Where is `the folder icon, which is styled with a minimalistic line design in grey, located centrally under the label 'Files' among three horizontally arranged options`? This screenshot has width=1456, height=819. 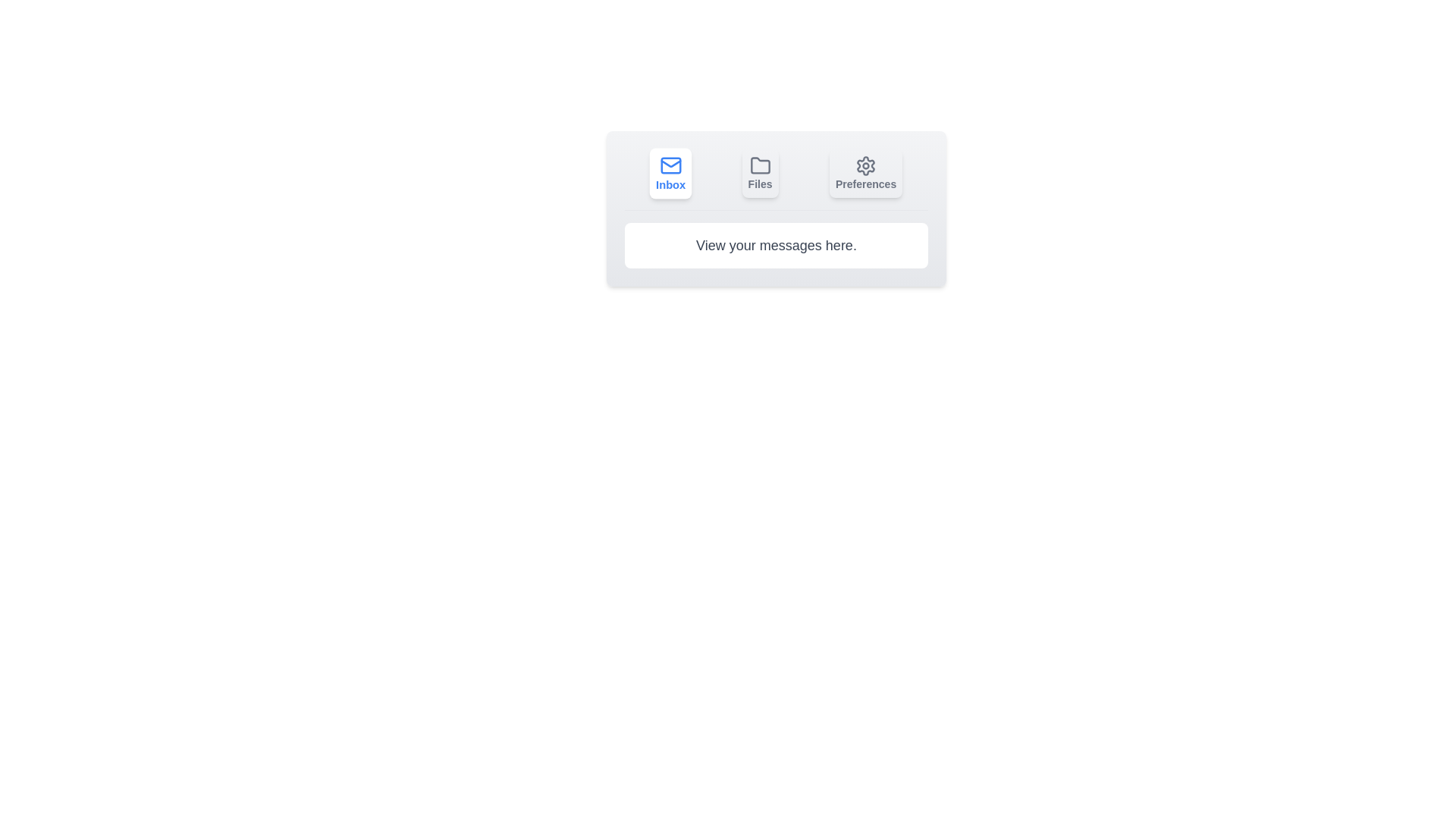 the folder icon, which is styled with a minimalistic line design in grey, located centrally under the label 'Files' among three horizontally arranged options is located at coordinates (760, 166).